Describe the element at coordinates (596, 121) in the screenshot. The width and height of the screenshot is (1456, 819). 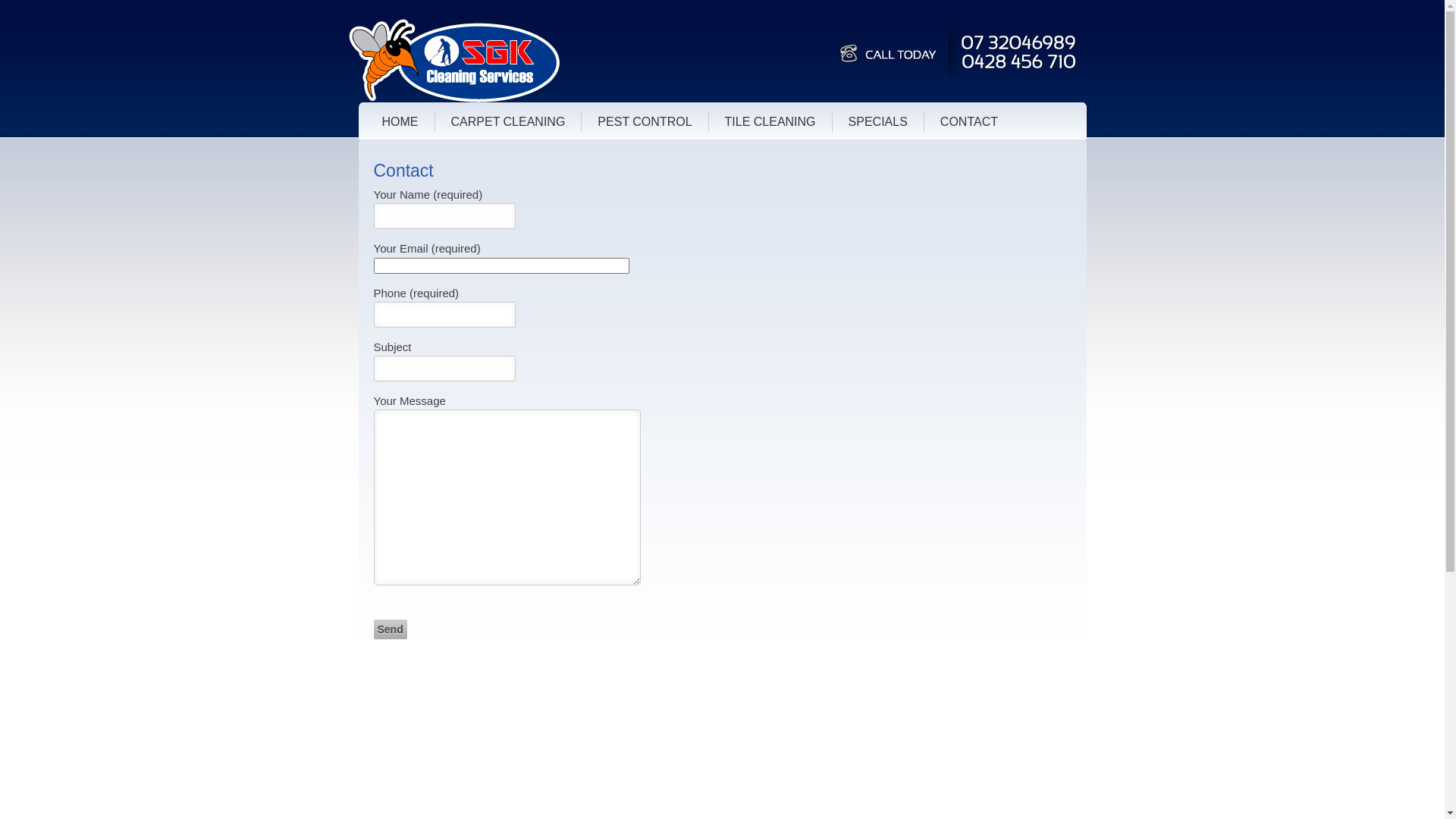
I see `'PEST CONTROL'` at that location.